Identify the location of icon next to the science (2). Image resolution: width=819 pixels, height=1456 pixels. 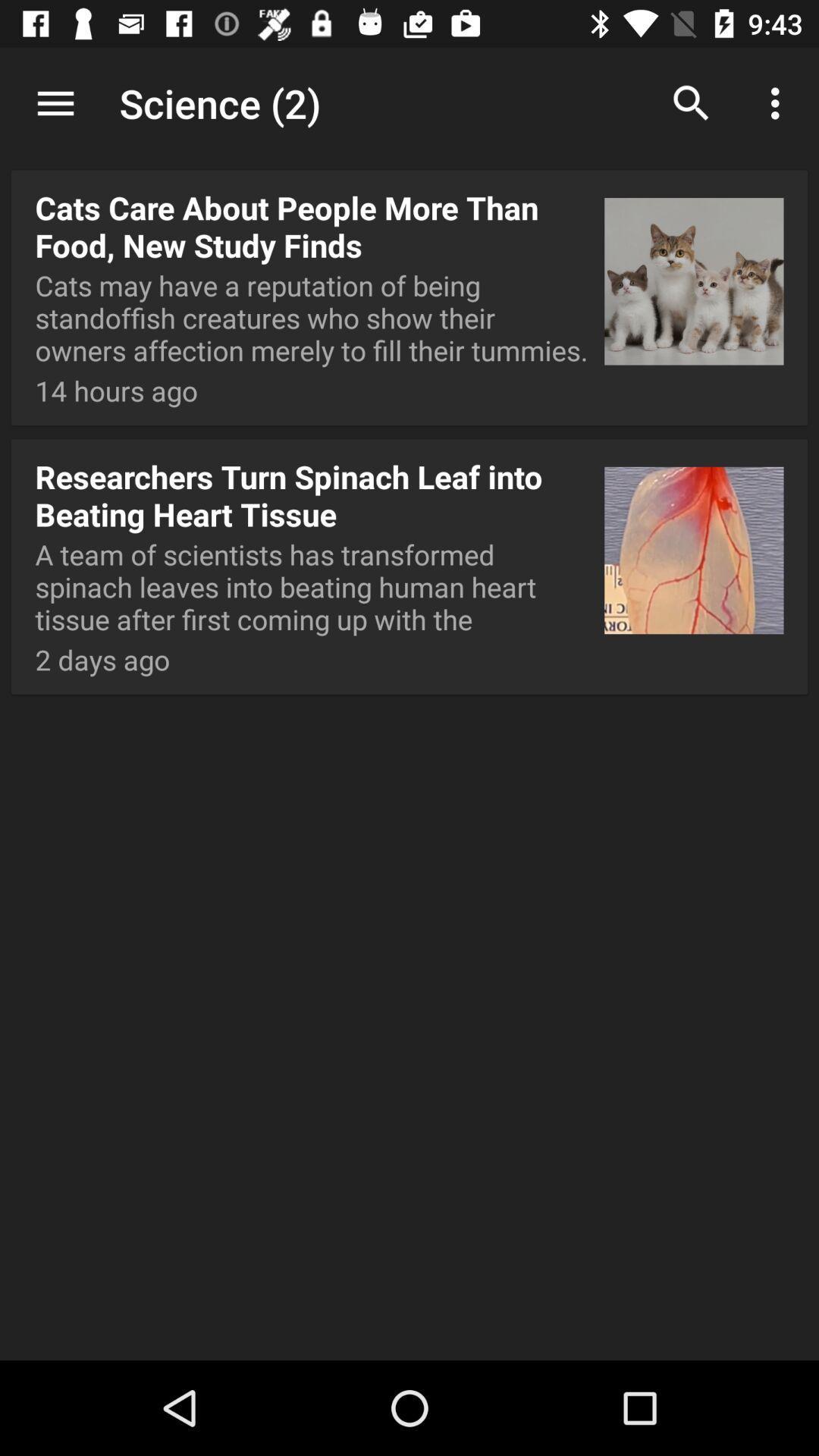
(691, 102).